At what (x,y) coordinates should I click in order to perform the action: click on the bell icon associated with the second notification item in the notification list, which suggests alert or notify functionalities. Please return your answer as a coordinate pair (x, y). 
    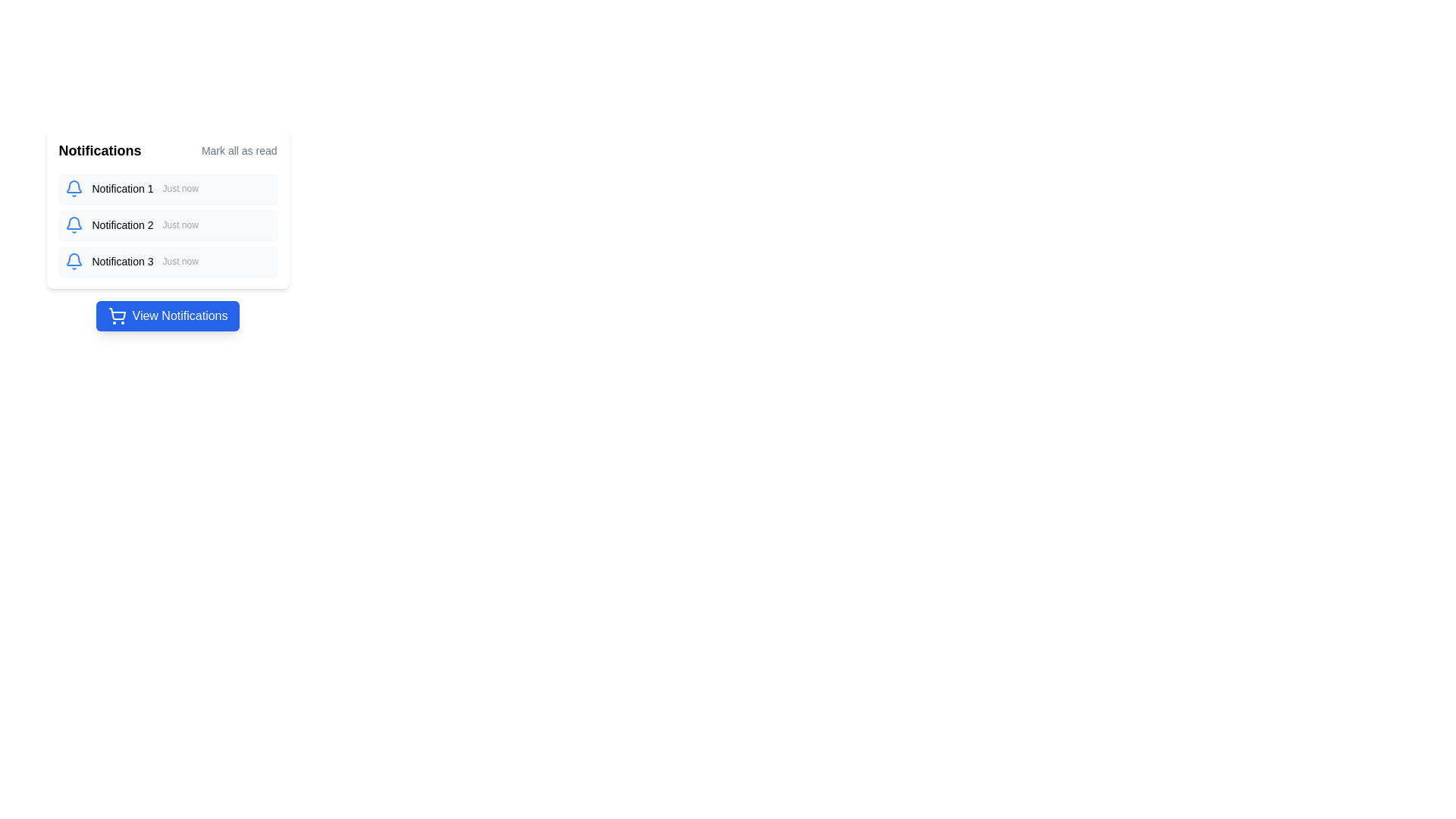
    Looking at the image, I should click on (73, 223).